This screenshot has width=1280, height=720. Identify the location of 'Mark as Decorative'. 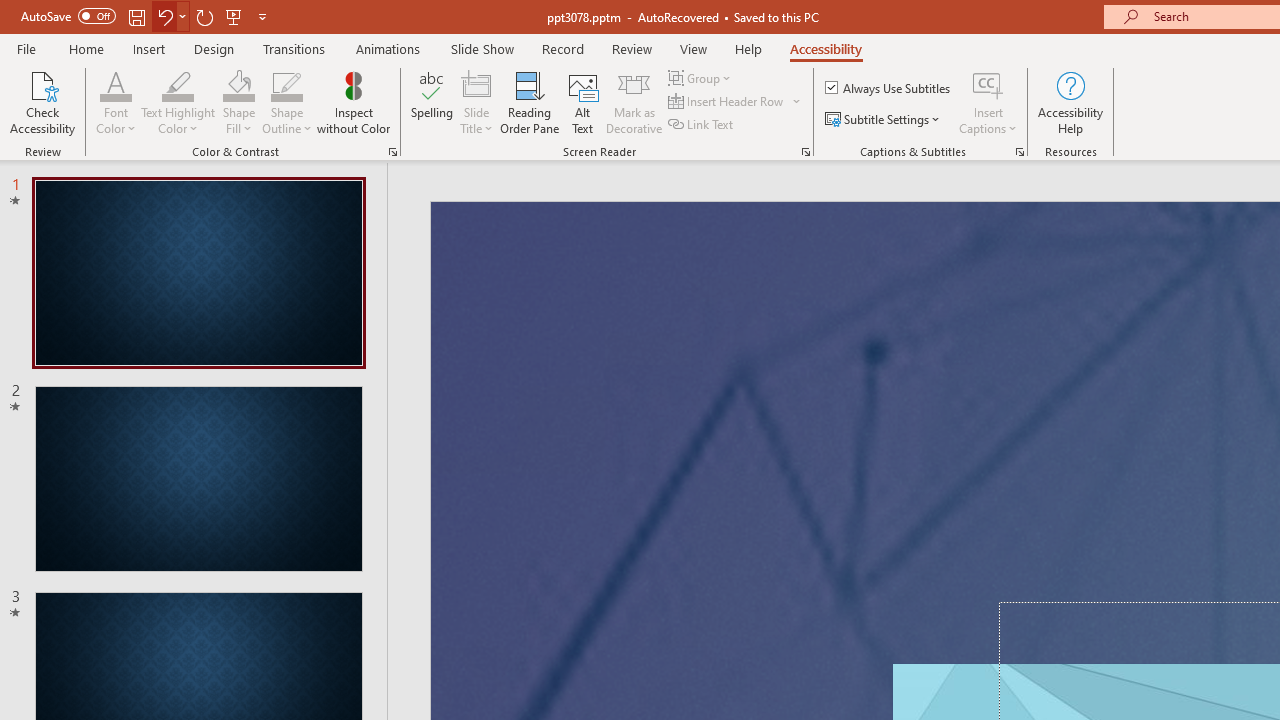
(633, 103).